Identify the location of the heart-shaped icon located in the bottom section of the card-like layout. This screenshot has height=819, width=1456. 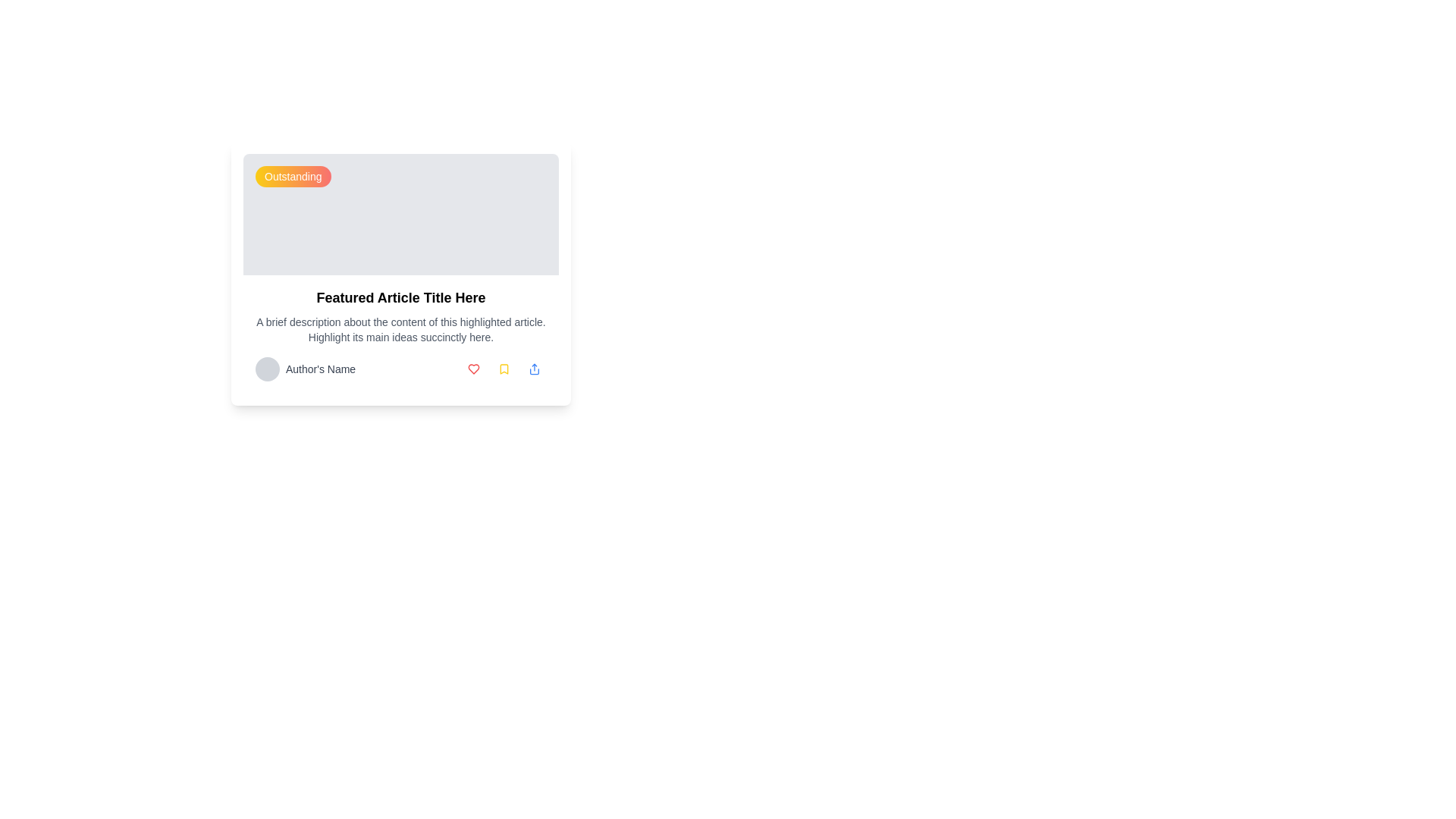
(472, 369).